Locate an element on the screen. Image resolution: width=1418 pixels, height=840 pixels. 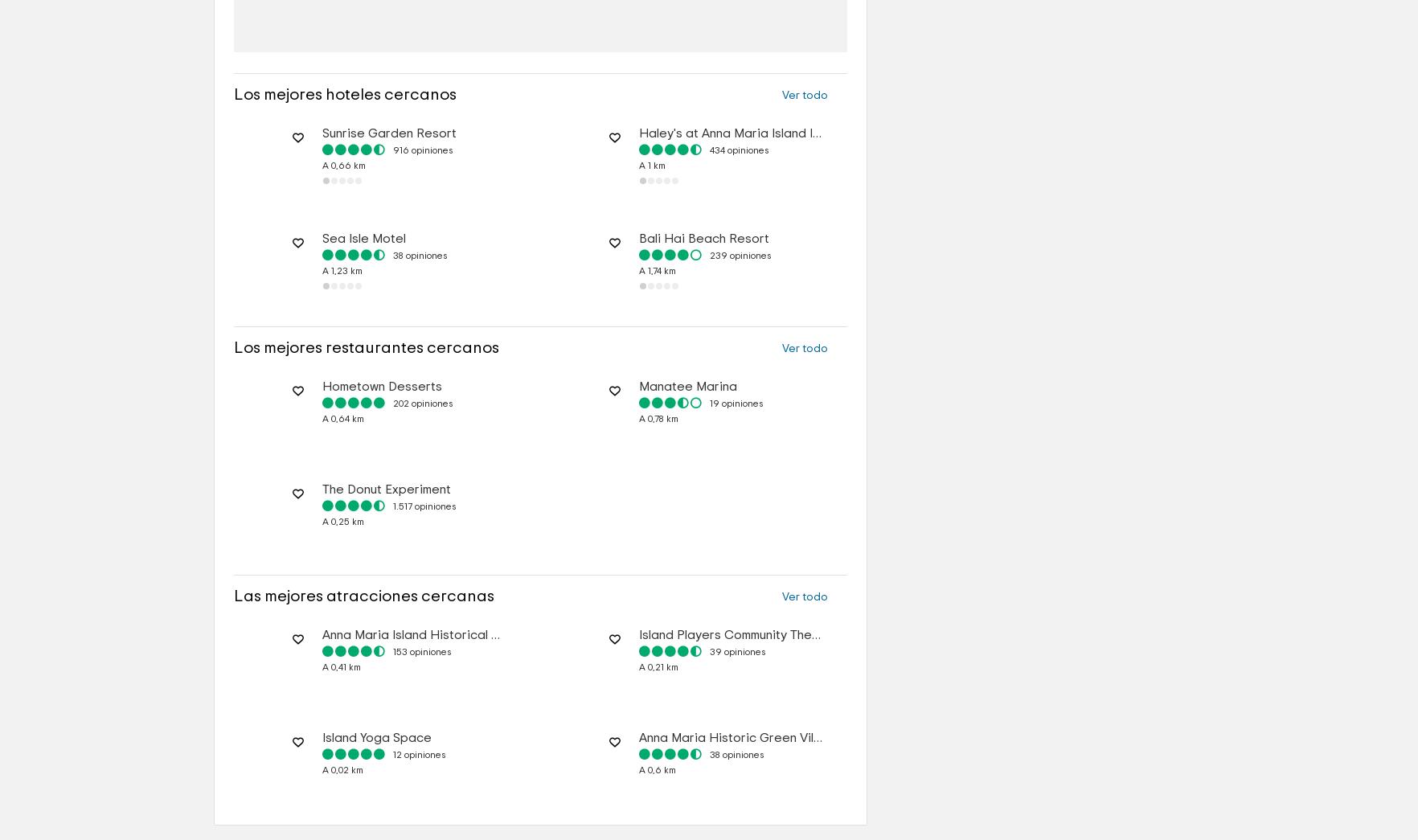
'19 opiniones' is located at coordinates (735, 452).